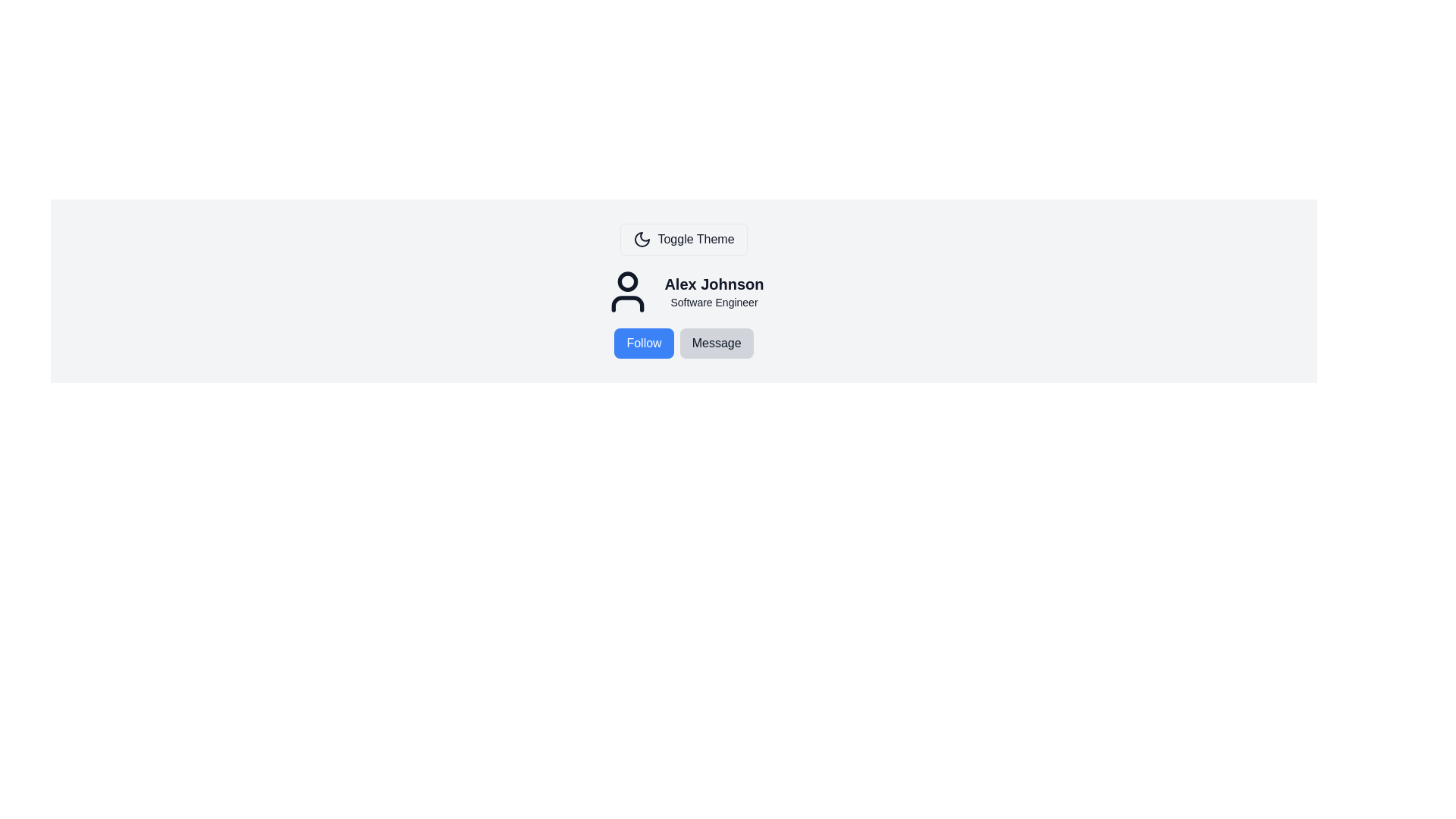  Describe the element at coordinates (713, 302) in the screenshot. I see `the static text label that describes the job title or role of the person named above it, specifically located below 'Alex Johnson'` at that location.